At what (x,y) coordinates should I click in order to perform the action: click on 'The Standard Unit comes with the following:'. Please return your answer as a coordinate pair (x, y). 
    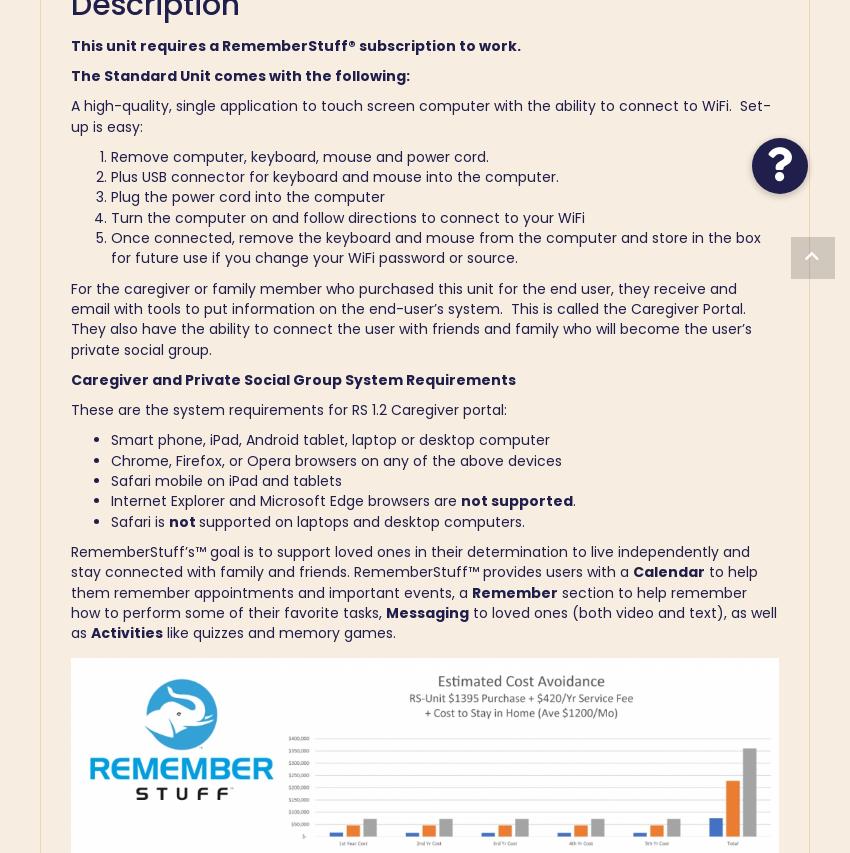
    Looking at the image, I should click on (70, 73).